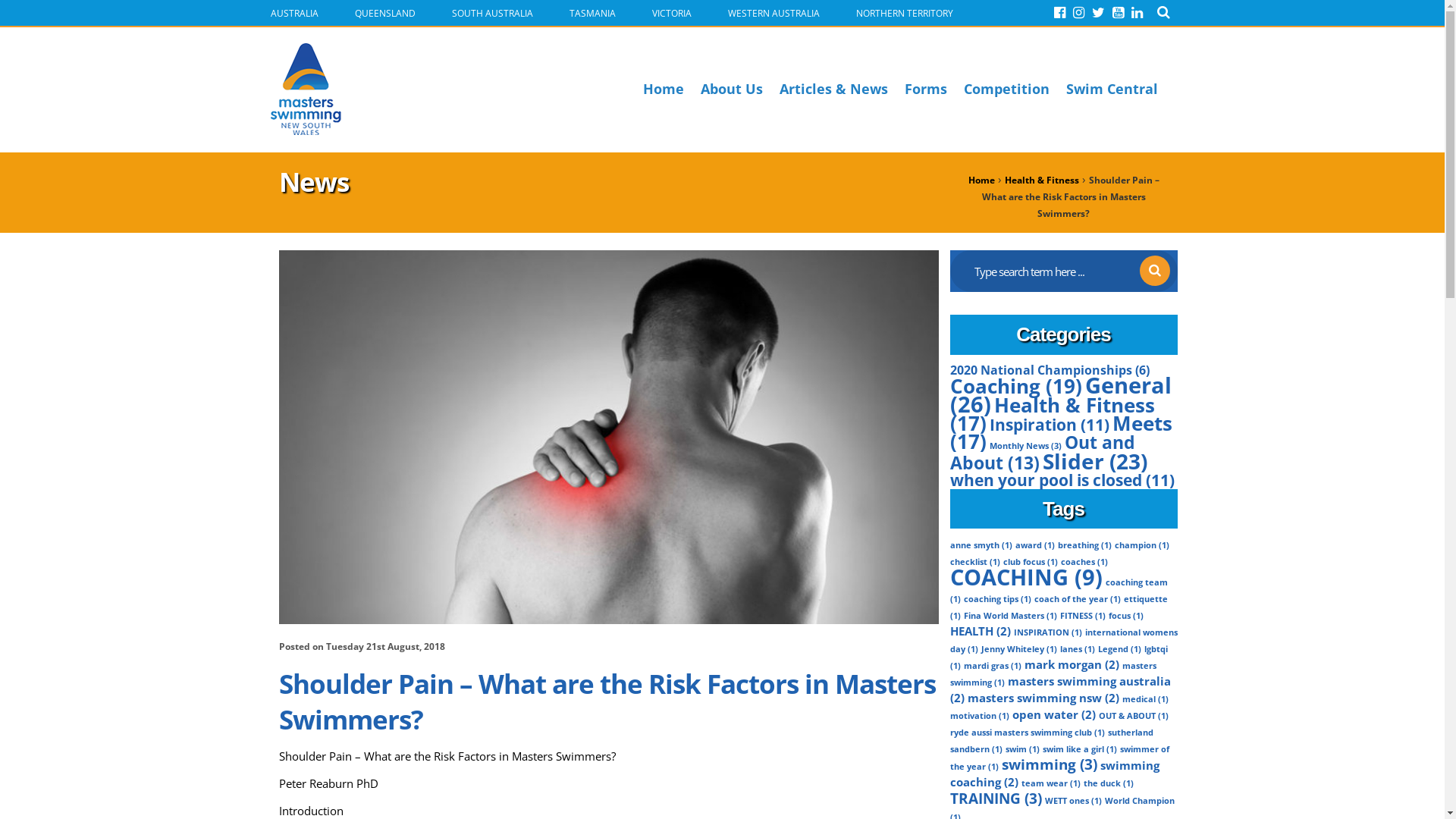  What do you see at coordinates (772, 11) in the screenshot?
I see `'WESTERN AUSTRALIA'` at bounding box center [772, 11].